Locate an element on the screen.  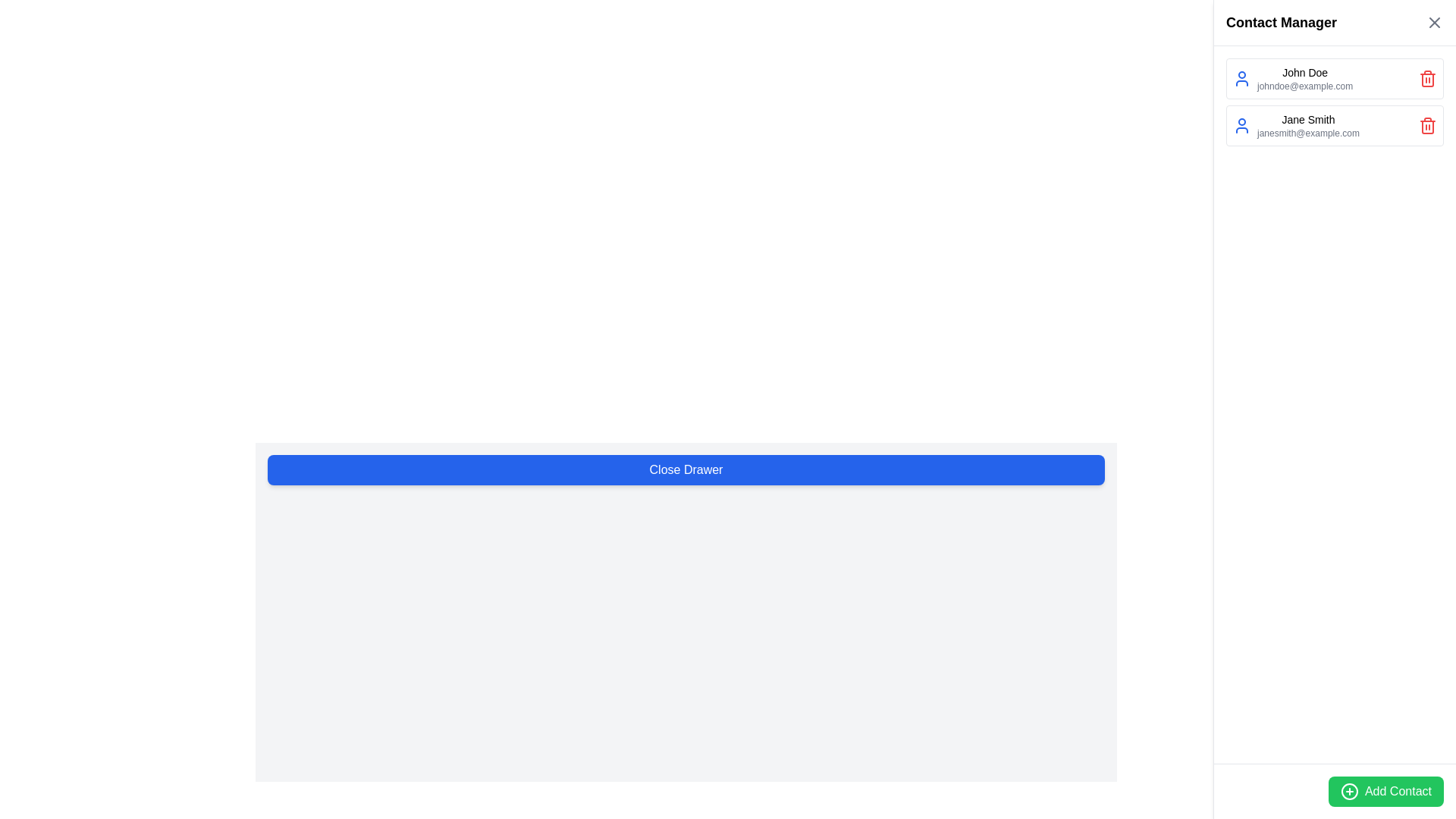
the 'Add Contact' icon, which features a plus symbol and is located to the left of the 'Add Contact' button in the bottom-right corner of the application interface is located at coordinates (1350, 791).